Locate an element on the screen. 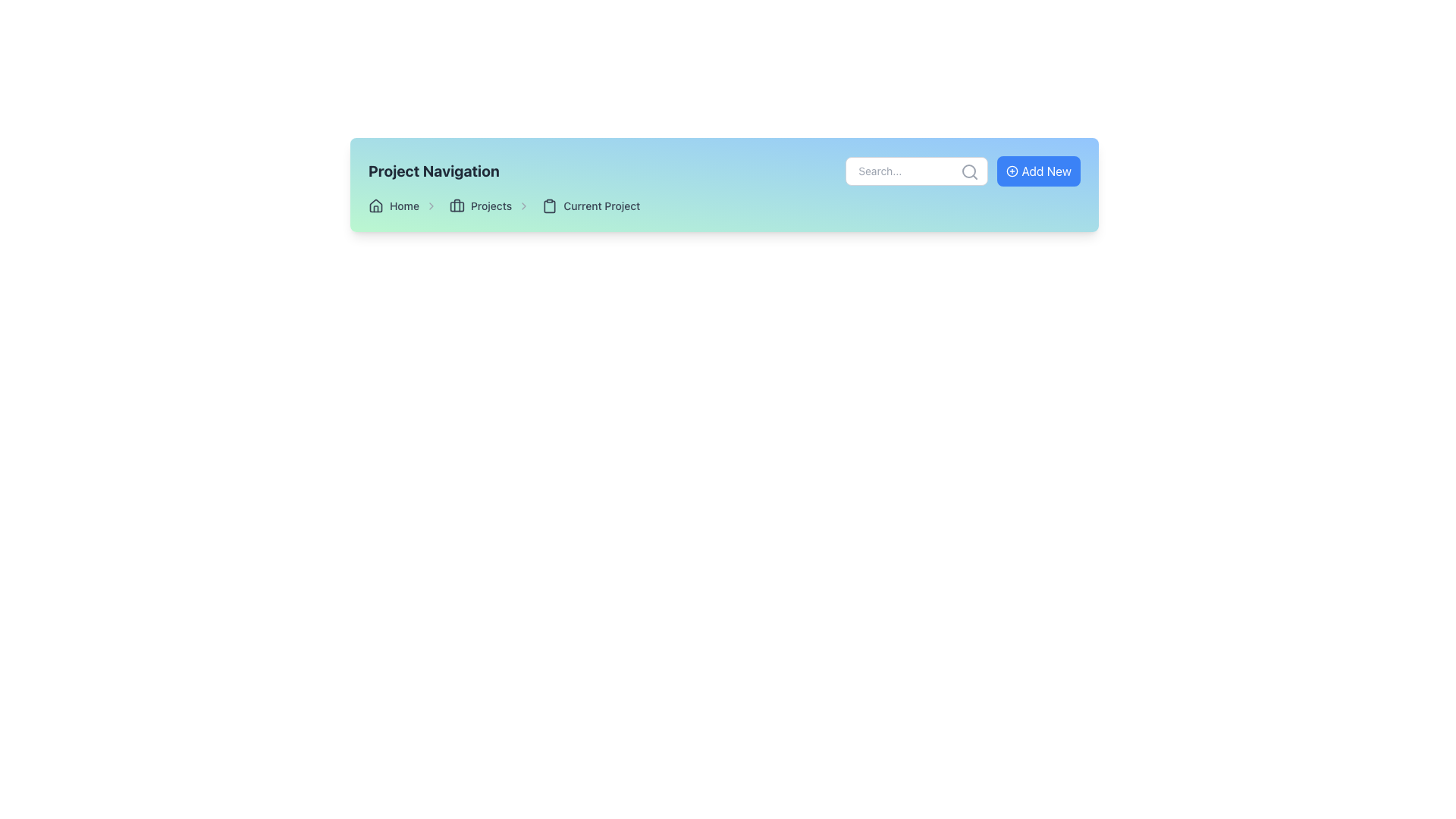 The width and height of the screenshot is (1456, 819). the clipboard icon located in the navigation breadcrumb bar is located at coordinates (549, 206).